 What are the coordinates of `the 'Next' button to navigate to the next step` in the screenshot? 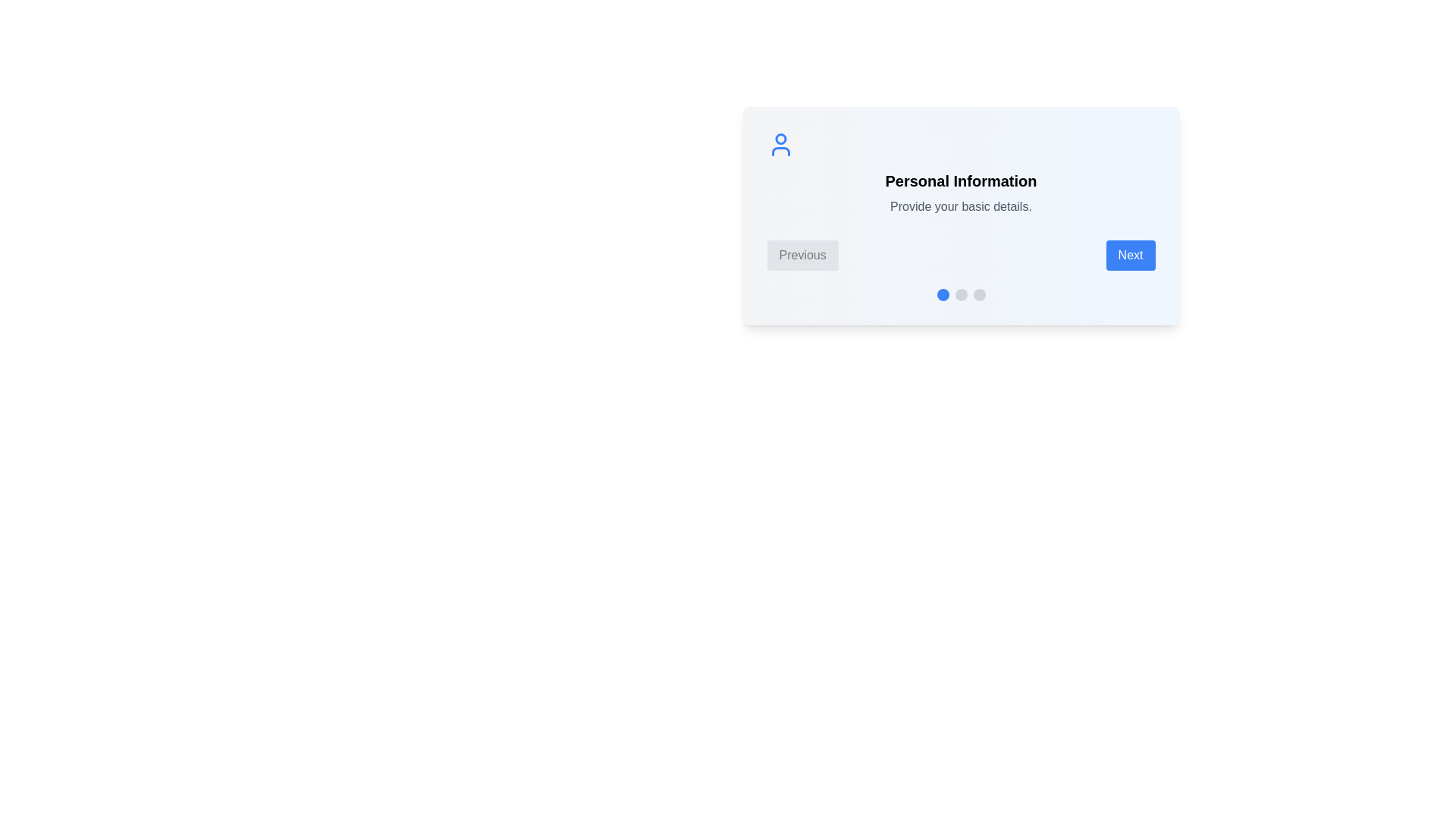 It's located at (1131, 254).